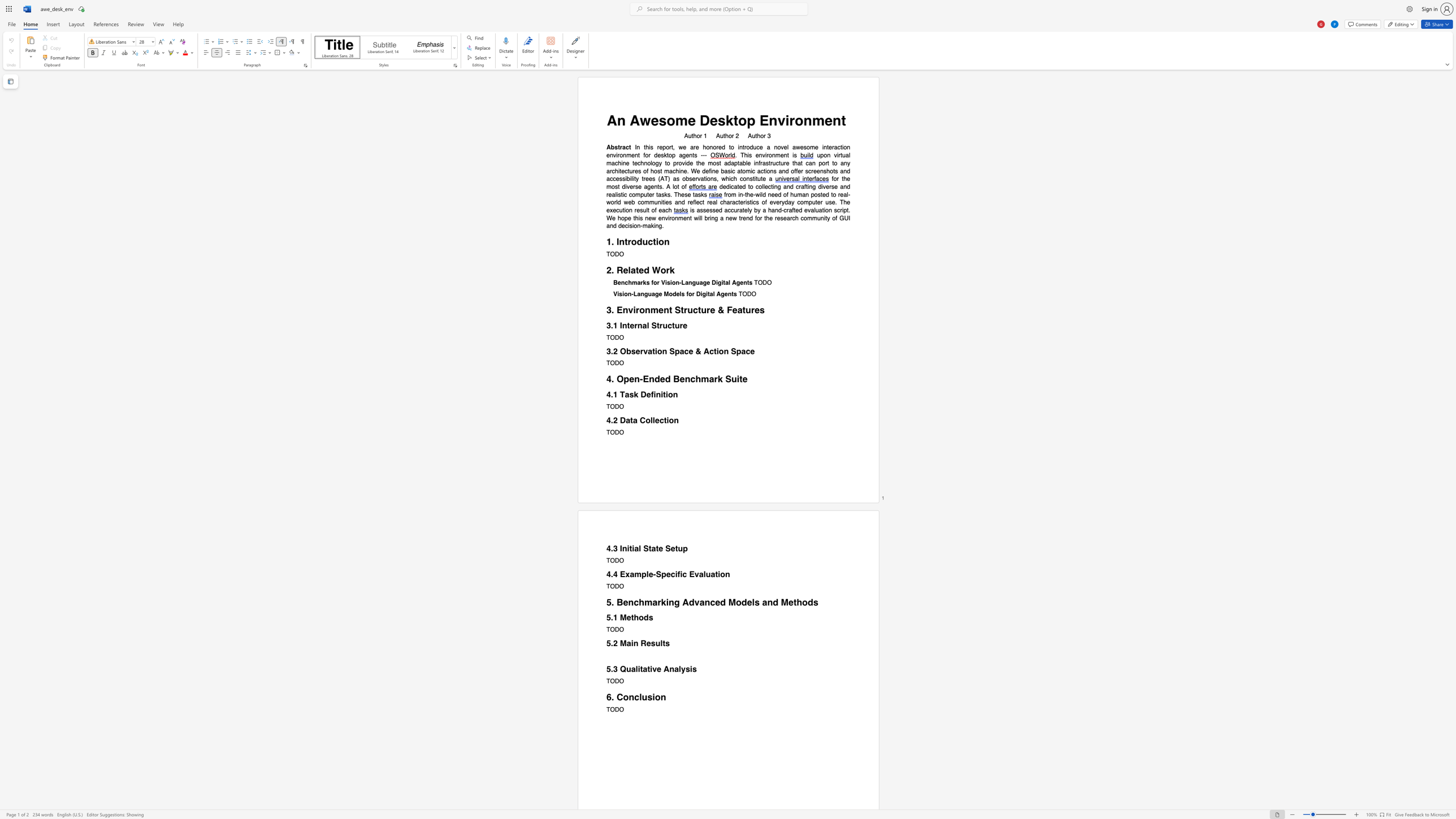 The height and width of the screenshot is (819, 1456). I want to click on the subset text "achine. We define basic atomic actions and offer screenshots and access" within the text "upon virtual machine technology to provide the most adaptable infrastructure that can port to any architectures of host machine. We define basic atomic actions and offer screenshots and accessibility trees (AT) as observations, which", so click(669, 171).